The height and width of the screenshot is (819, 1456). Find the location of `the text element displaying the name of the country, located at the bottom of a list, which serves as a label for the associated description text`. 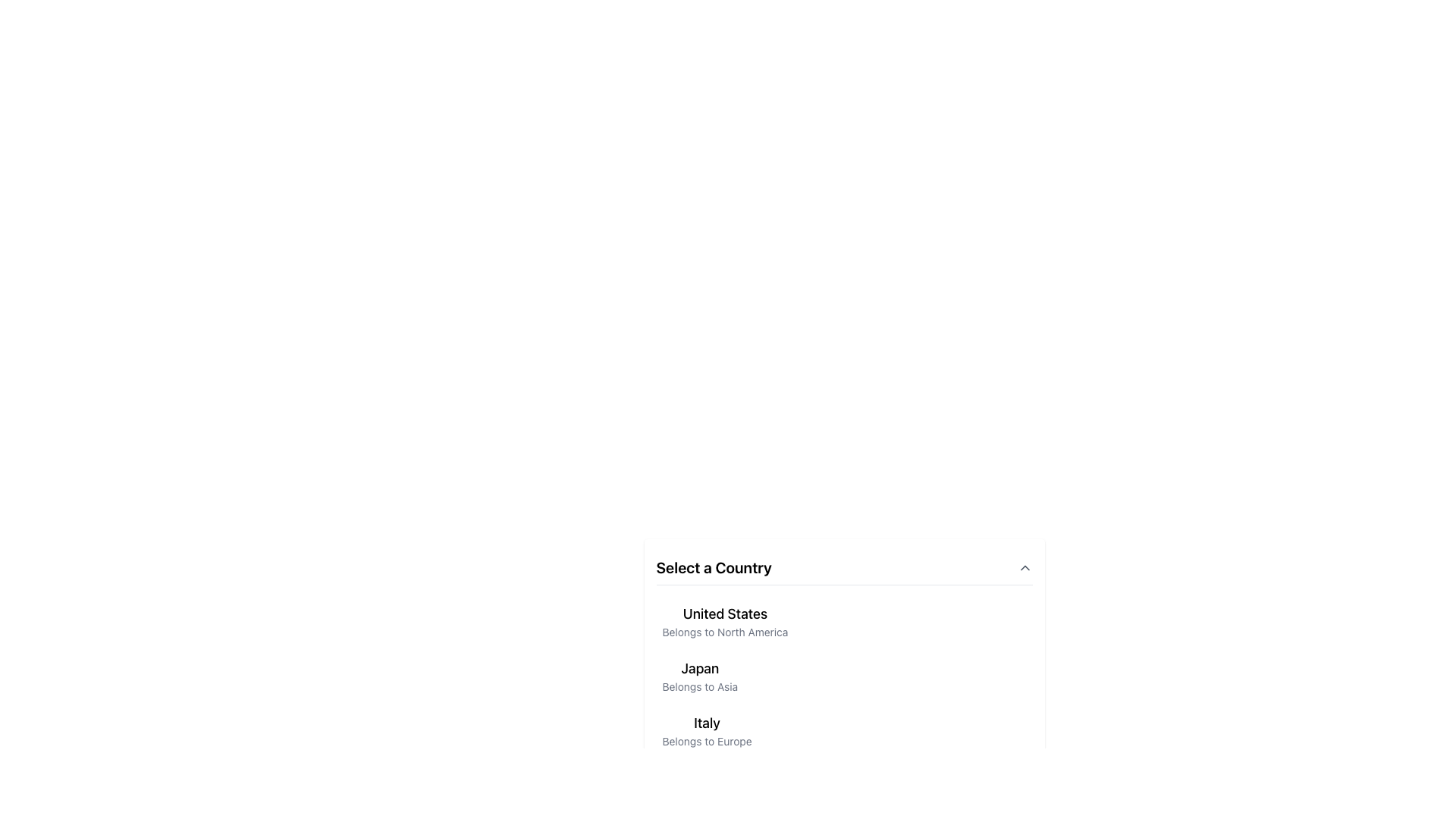

the text element displaying the name of the country, located at the bottom of a list, which serves as a label for the associated description text is located at coordinates (706, 722).